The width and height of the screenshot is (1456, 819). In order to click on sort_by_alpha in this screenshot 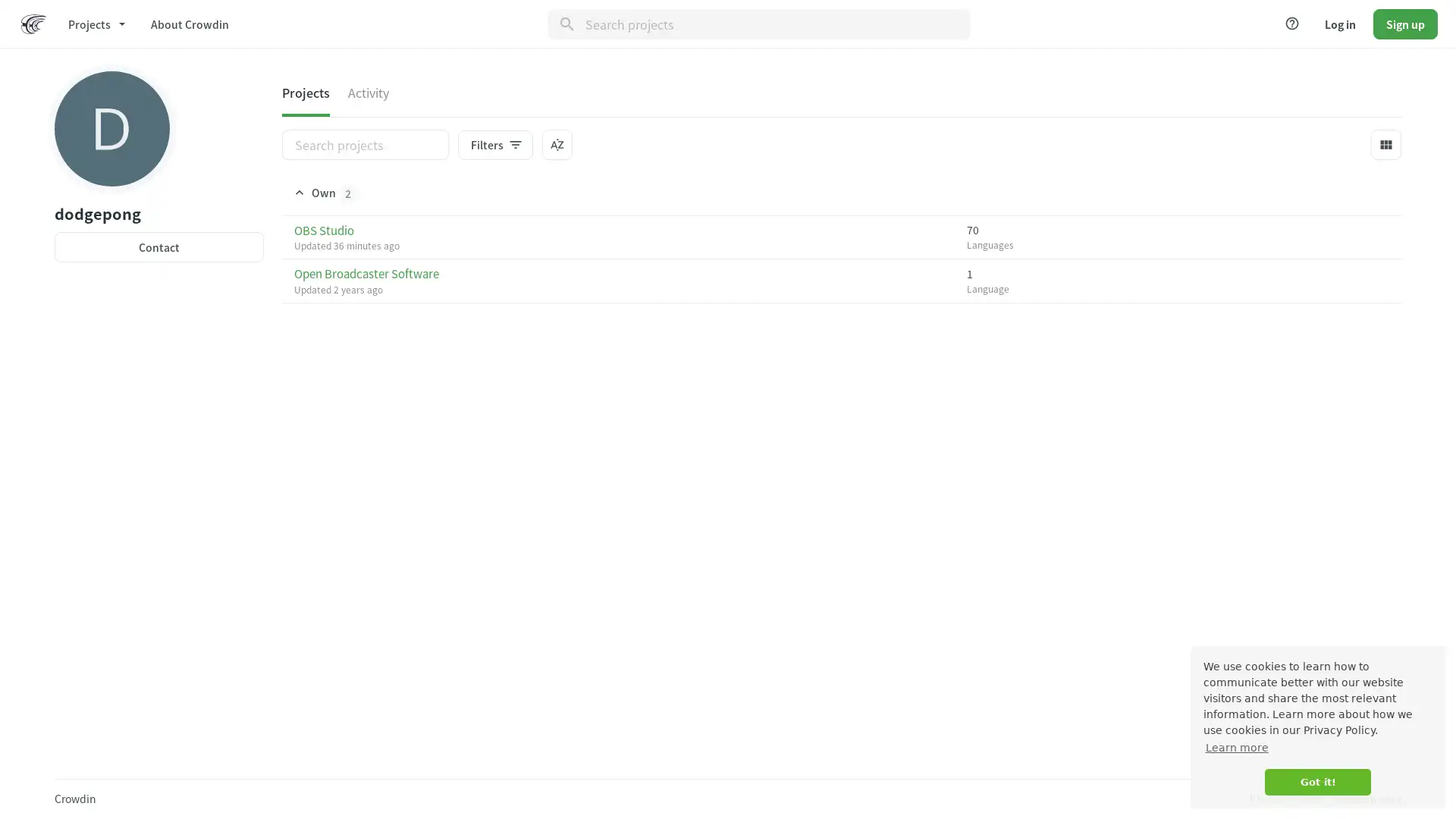, I will do `click(556, 145)`.